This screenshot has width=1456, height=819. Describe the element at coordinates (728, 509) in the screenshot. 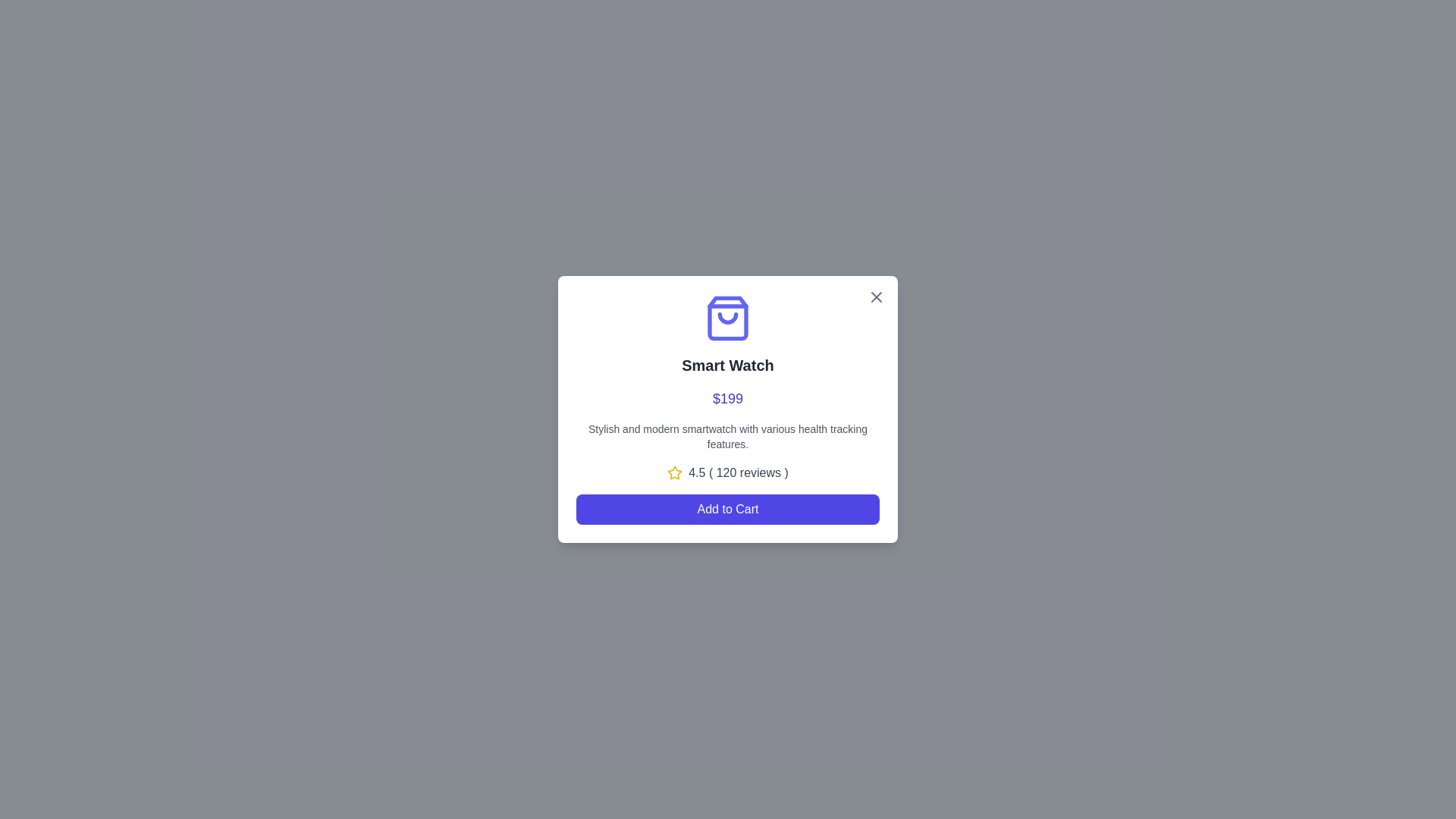

I see `the 'Add to Cart' button, which is a horizontally rectangular button with rounded corners, located at the bottom of the product card layout, to observe the hover effect` at that location.